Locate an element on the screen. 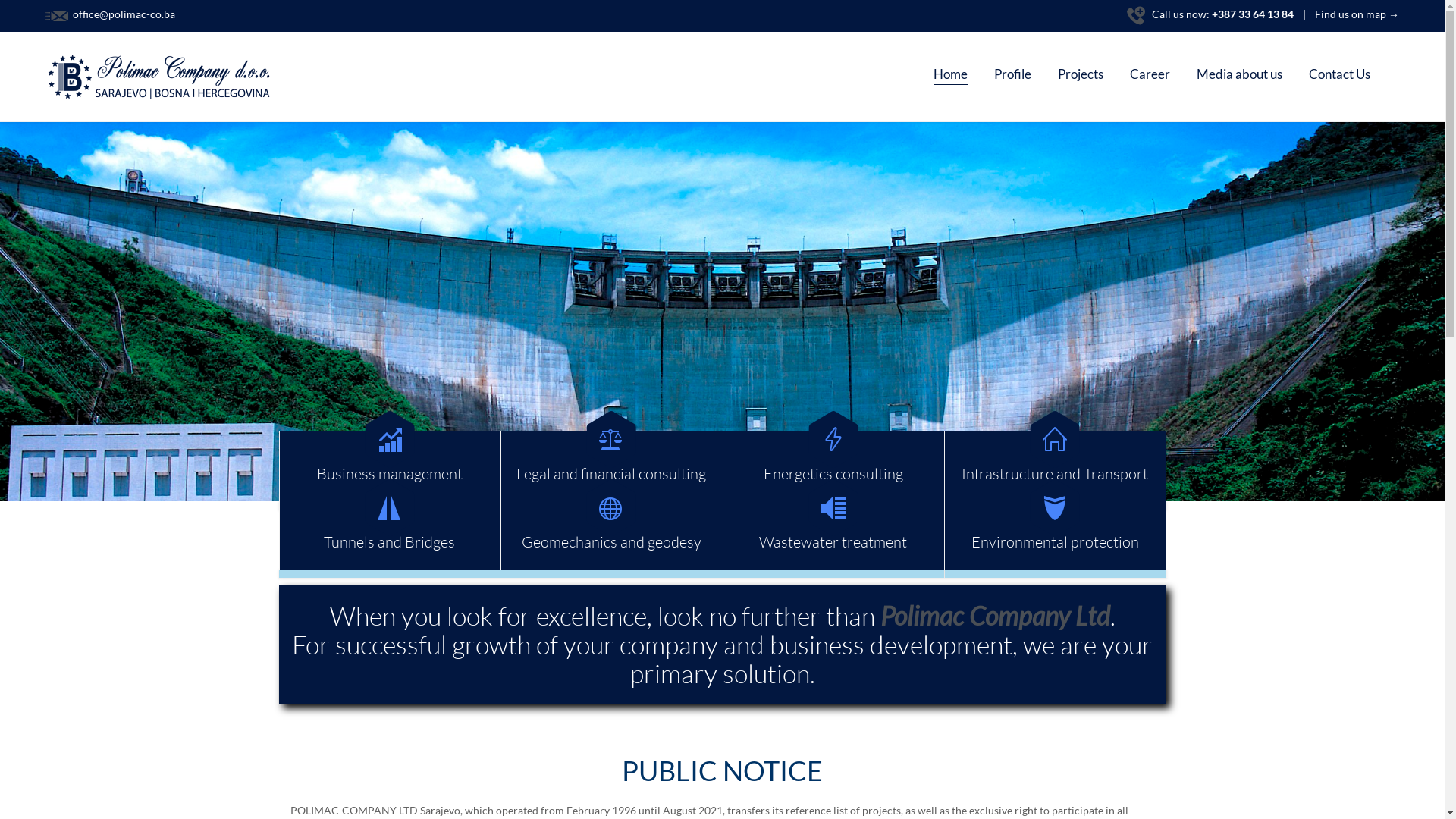 This screenshot has height=819, width=1456. 'Polimac Company' is located at coordinates (159, 76).